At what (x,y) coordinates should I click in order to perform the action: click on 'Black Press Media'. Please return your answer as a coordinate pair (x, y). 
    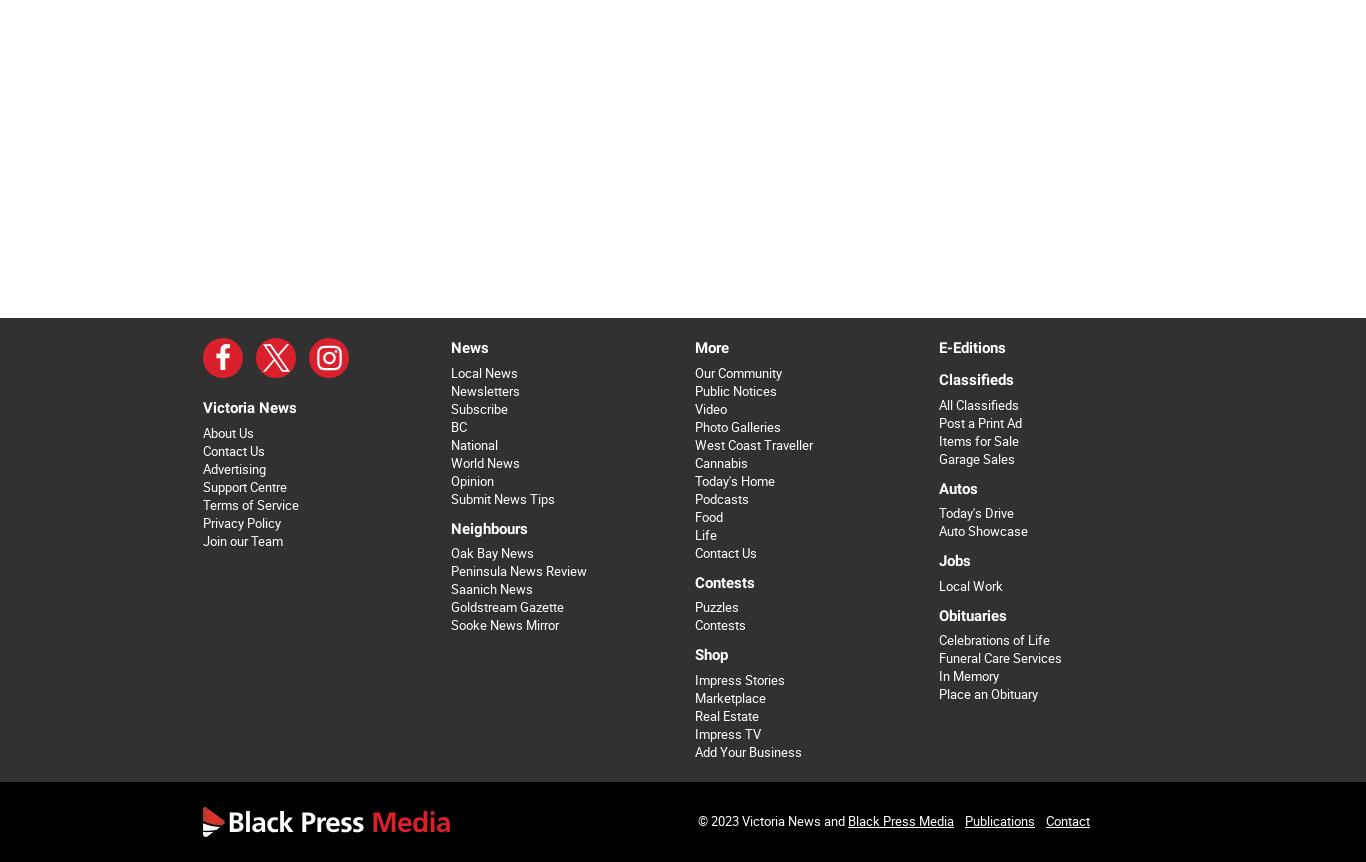
    Looking at the image, I should click on (847, 819).